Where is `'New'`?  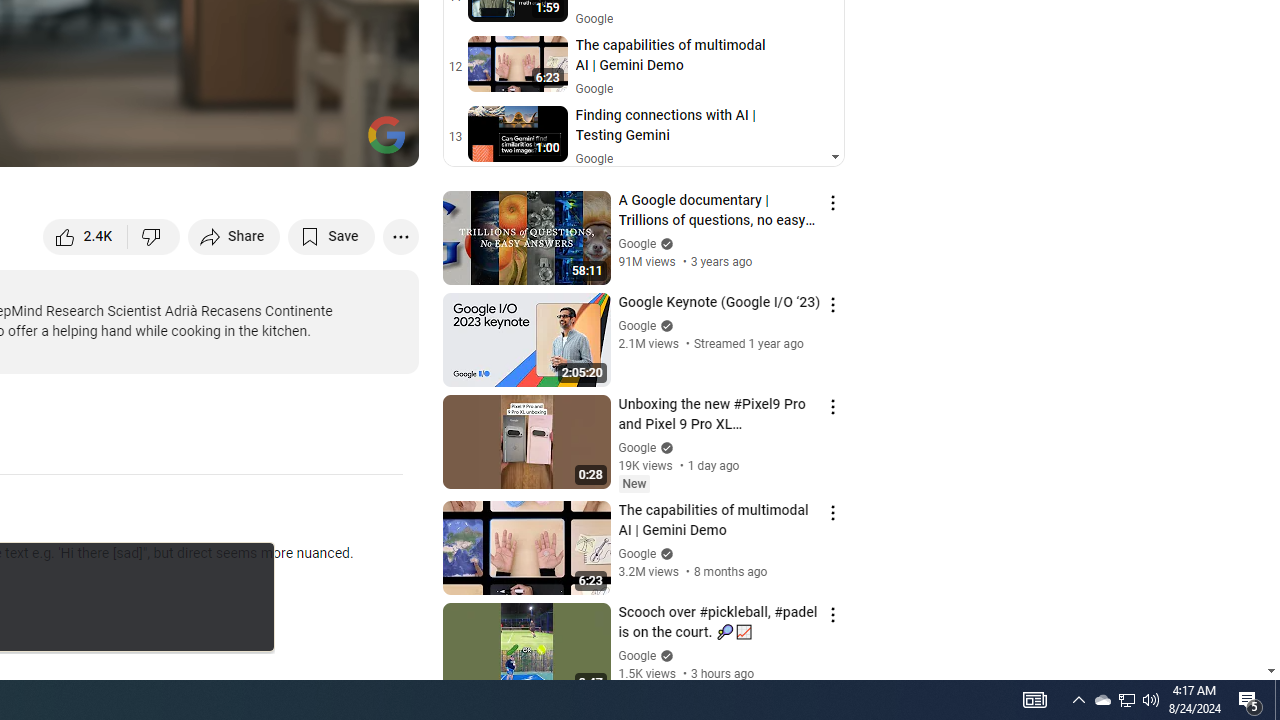 'New' is located at coordinates (633, 484).